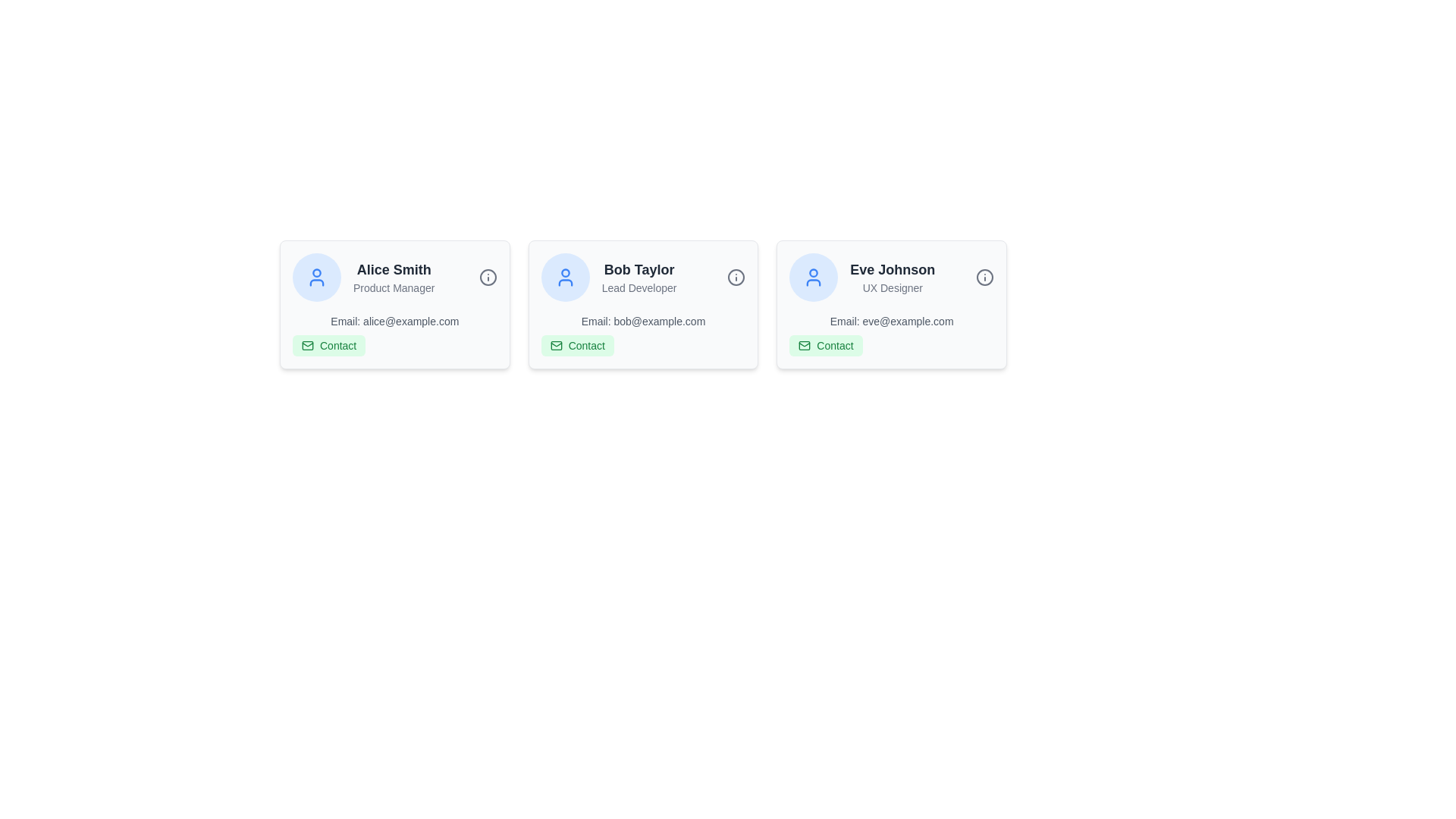 This screenshot has height=819, width=1456. What do you see at coordinates (892, 278) in the screenshot?
I see `the Profile header section that includes the round blue avatar icon, the name 'Eve Johnson', and the title 'UX Designer', located in the third card of three horizontally arranged cards` at bounding box center [892, 278].